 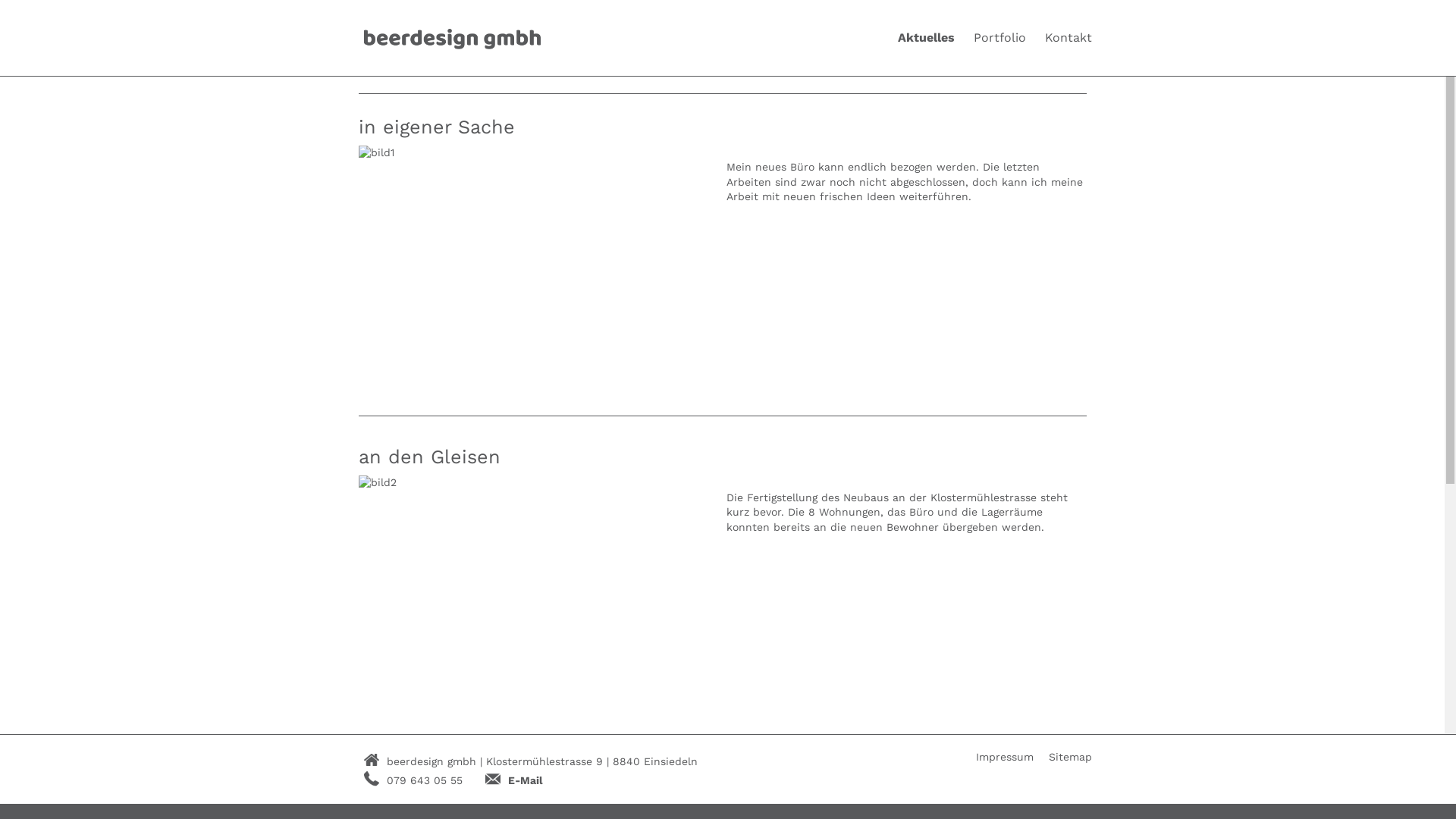 I want to click on 'Sitemap', so click(x=1069, y=758).